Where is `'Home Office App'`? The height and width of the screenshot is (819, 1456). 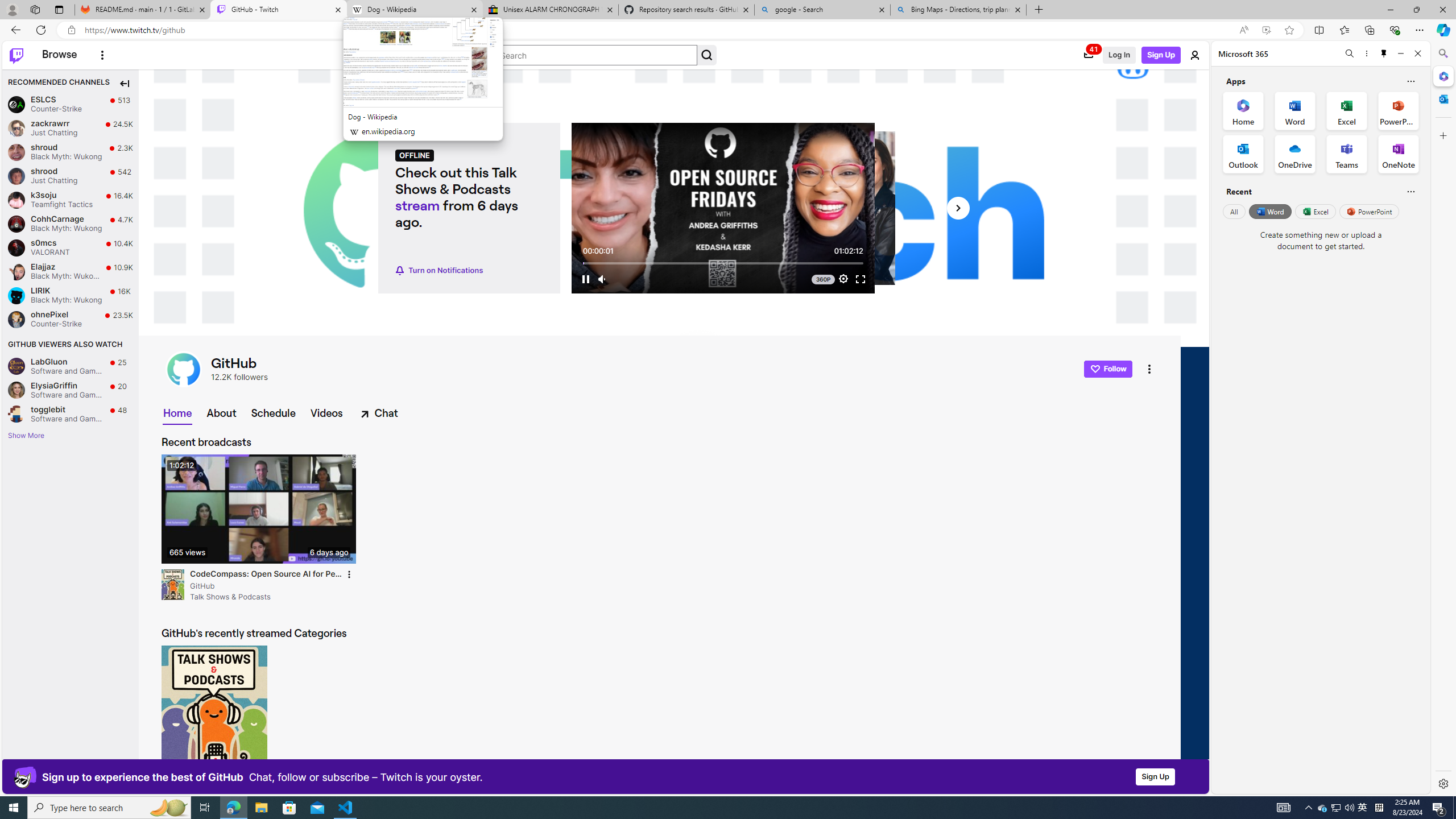
'Home Office App' is located at coordinates (1243, 111).